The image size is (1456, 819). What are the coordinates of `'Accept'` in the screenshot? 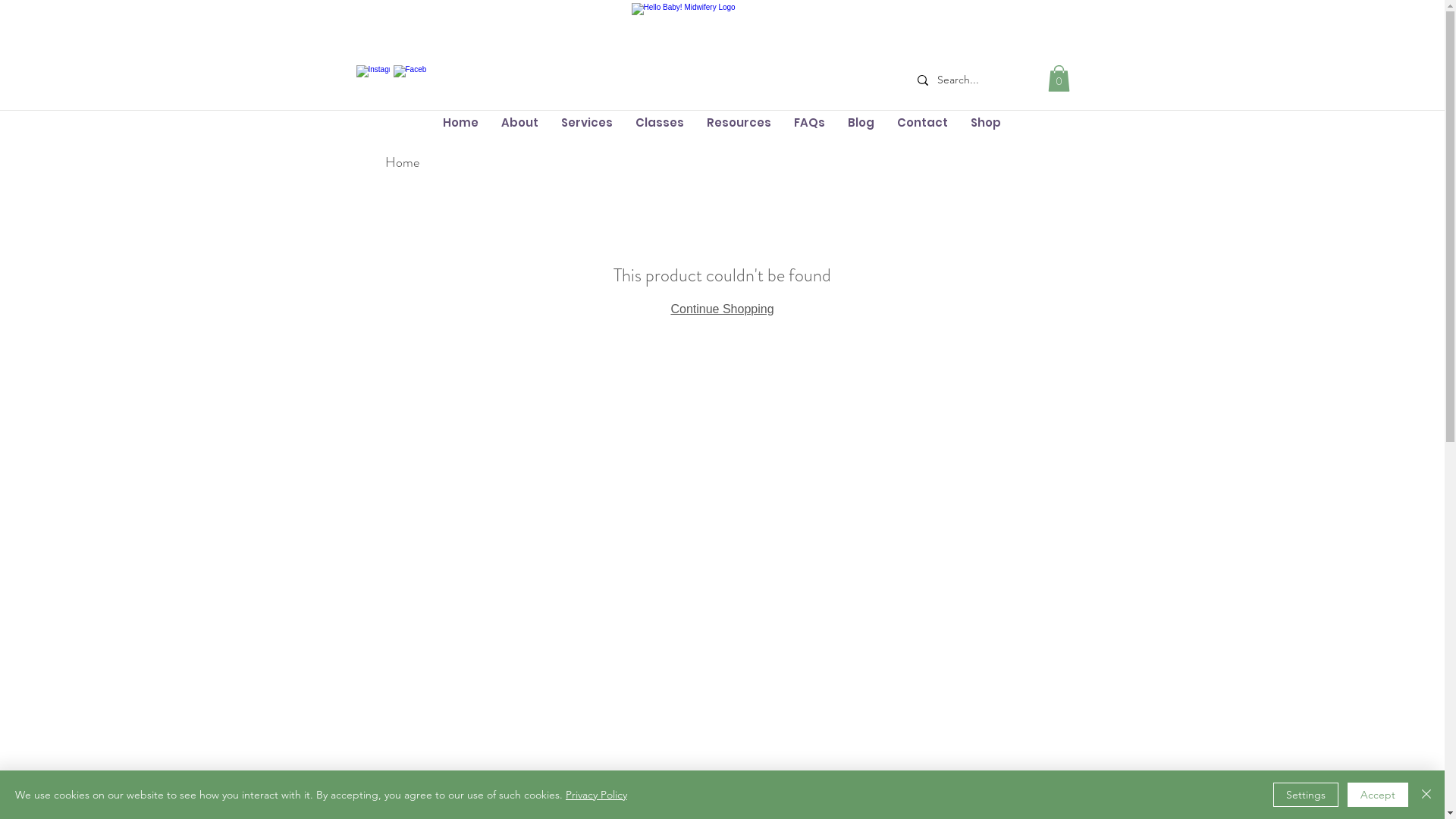 It's located at (1347, 794).